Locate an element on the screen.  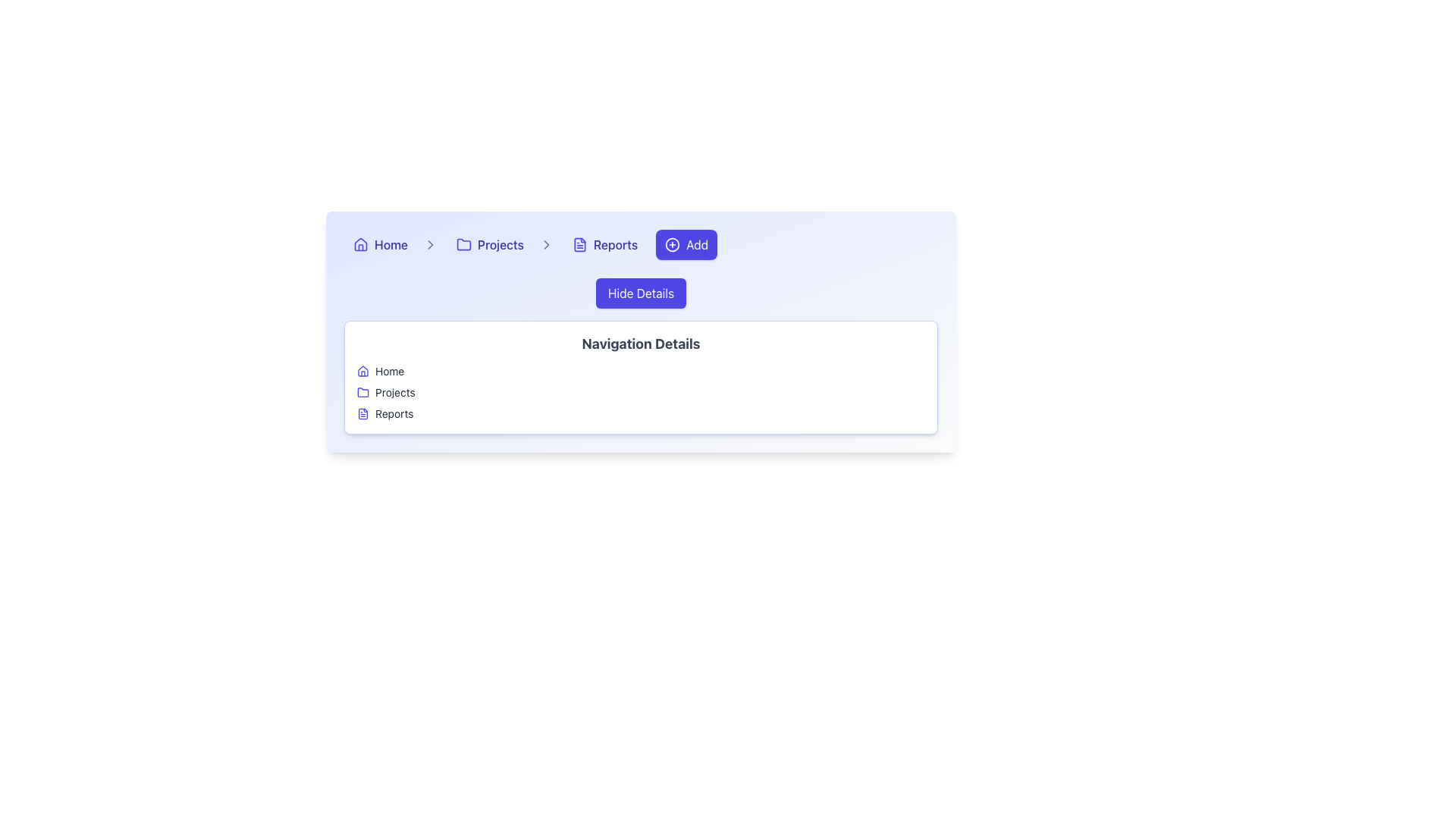
the purple document icon in the 'Reports' section is located at coordinates (362, 414).